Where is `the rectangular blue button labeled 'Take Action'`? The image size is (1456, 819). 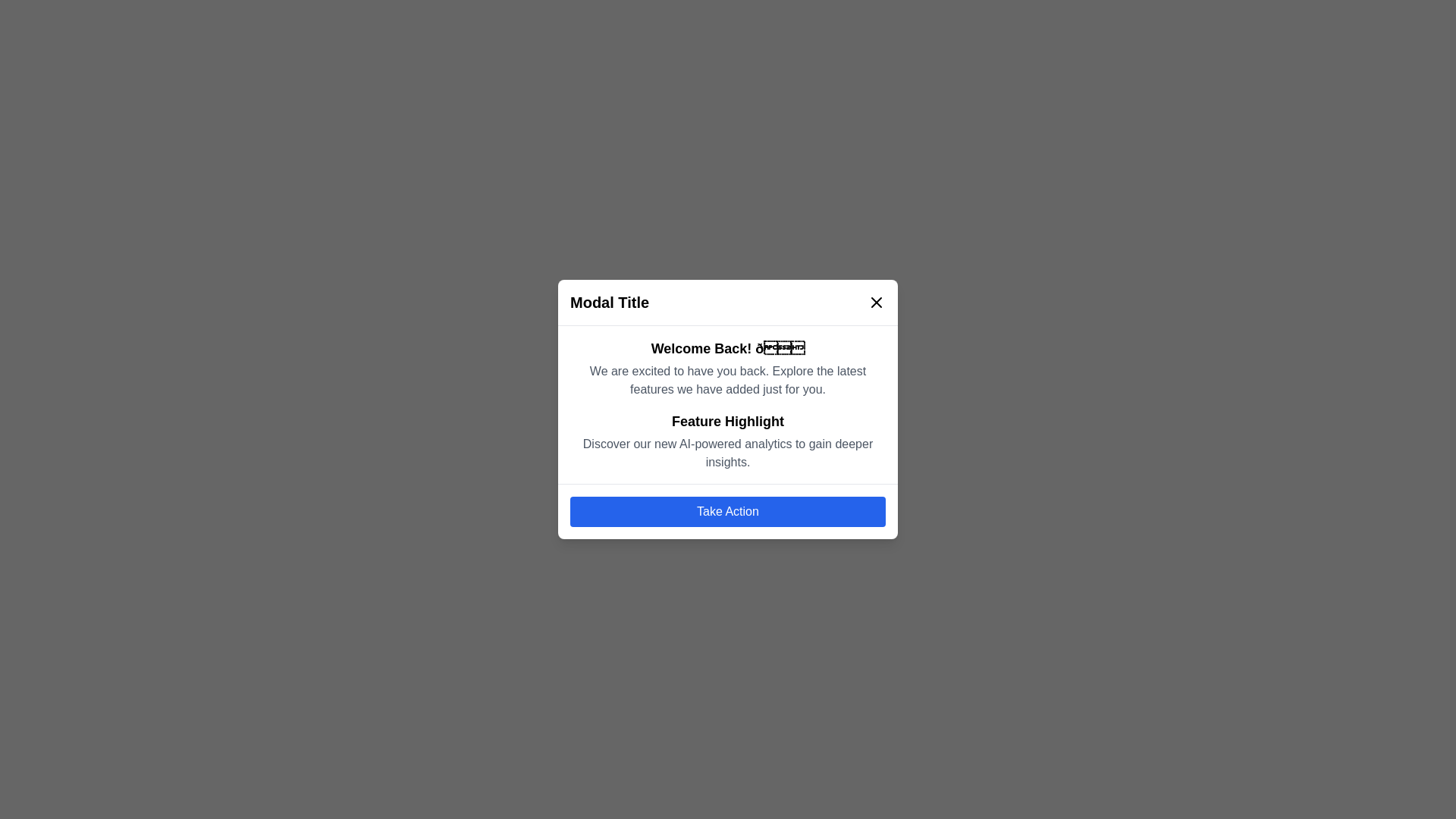 the rectangular blue button labeled 'Take Action' is located at coordinates (728, 512).